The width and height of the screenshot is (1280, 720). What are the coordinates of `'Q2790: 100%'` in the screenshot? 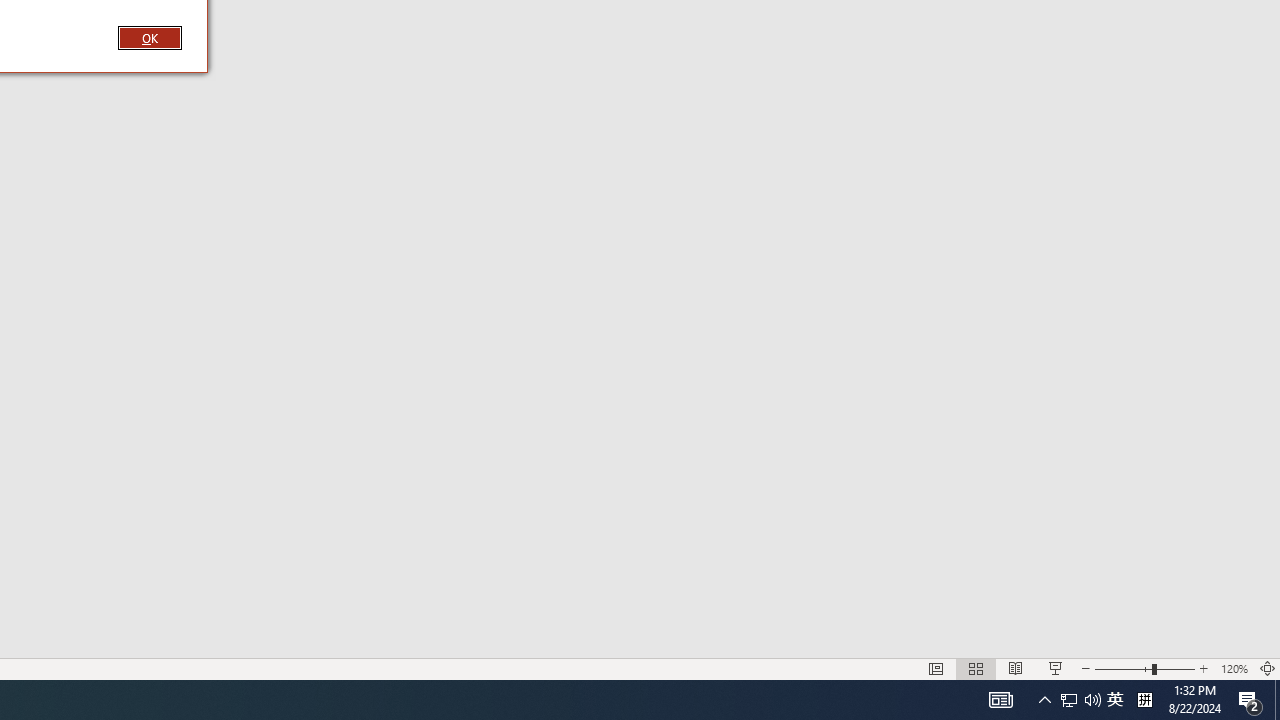 It's located at (1144, 698).